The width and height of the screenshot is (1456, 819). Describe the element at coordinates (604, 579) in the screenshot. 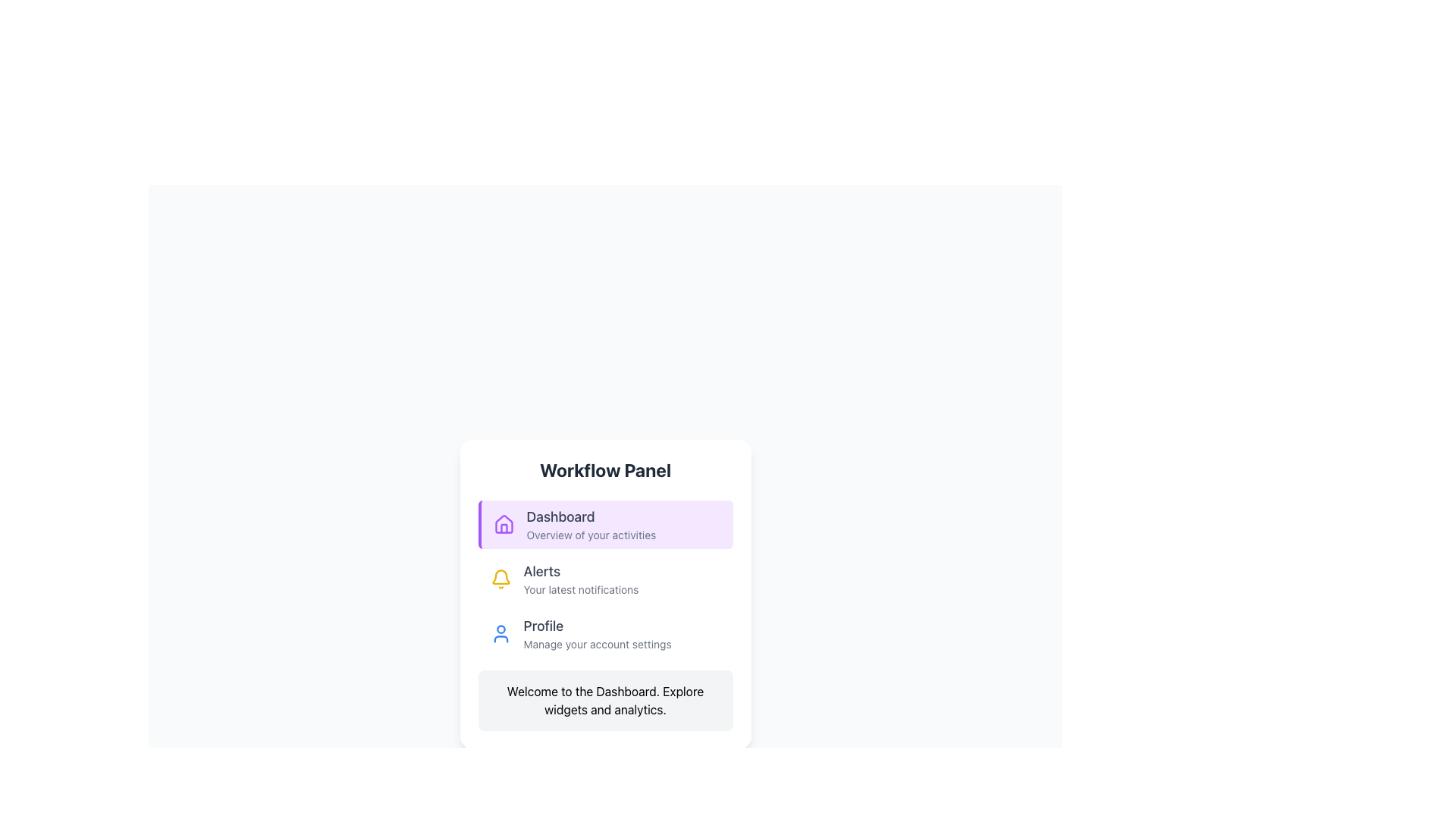

I see `the 'Alerts' subsection in the navigation menu located in the 'Workflow Panel'` at that location.